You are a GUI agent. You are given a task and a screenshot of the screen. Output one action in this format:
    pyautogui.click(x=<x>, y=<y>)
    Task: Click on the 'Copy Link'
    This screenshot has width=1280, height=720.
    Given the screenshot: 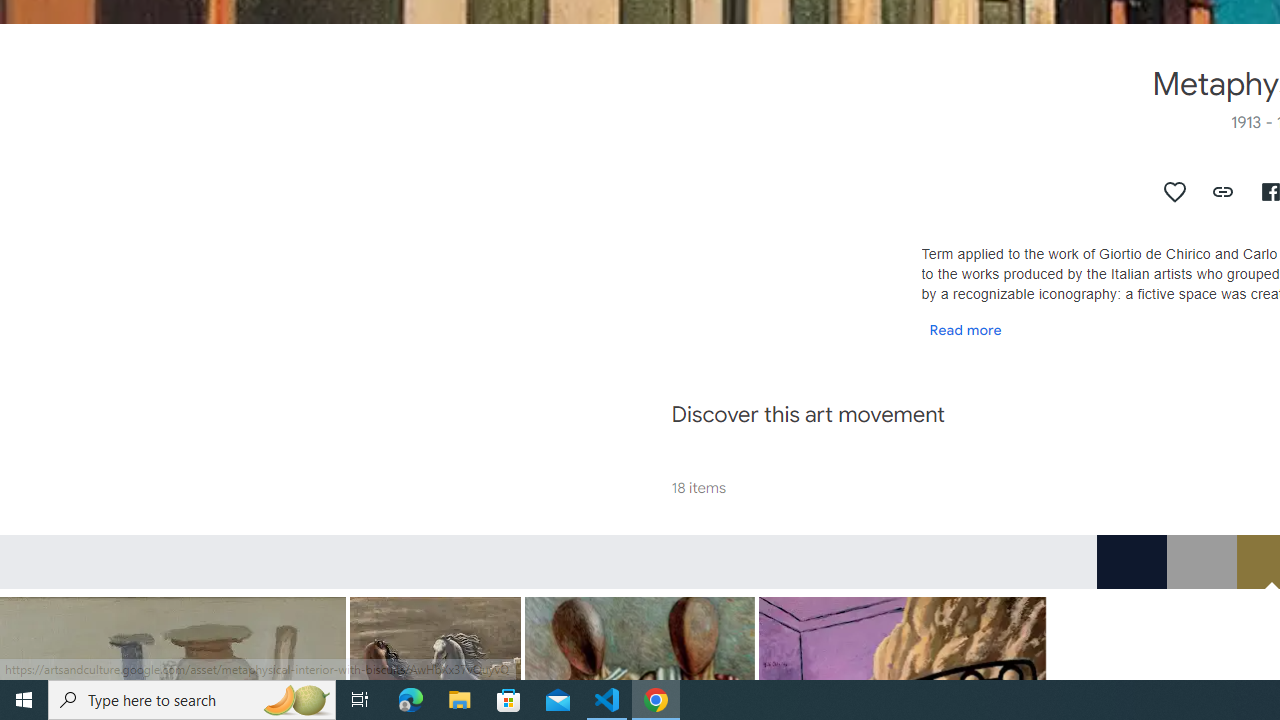 What is the action you would take?
    pyautogui.click(x=1222, y=191)
    